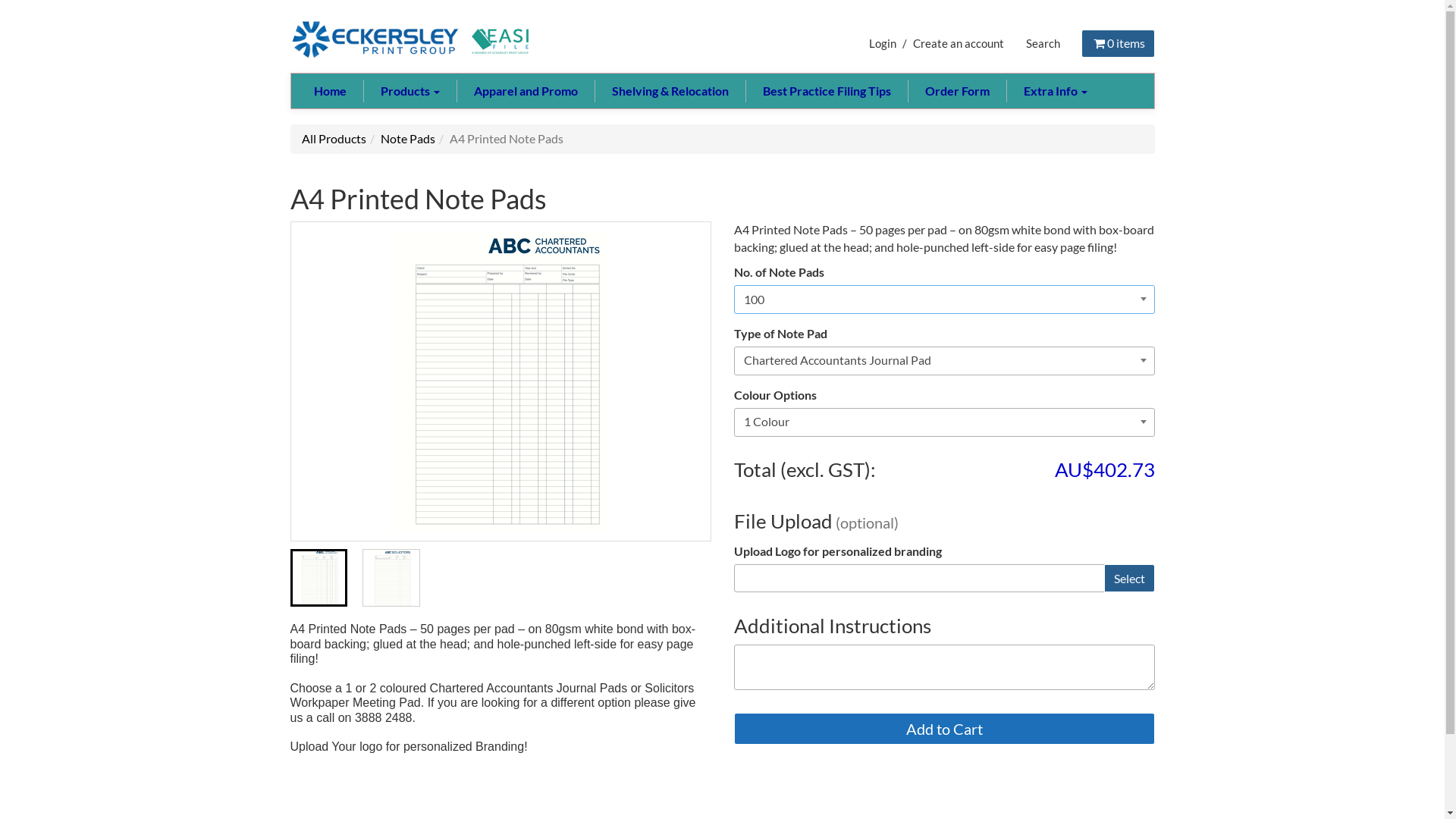 The height and width of the screenshot is (819, 1456). I want to click on 'Create an account', so click(957, 42).